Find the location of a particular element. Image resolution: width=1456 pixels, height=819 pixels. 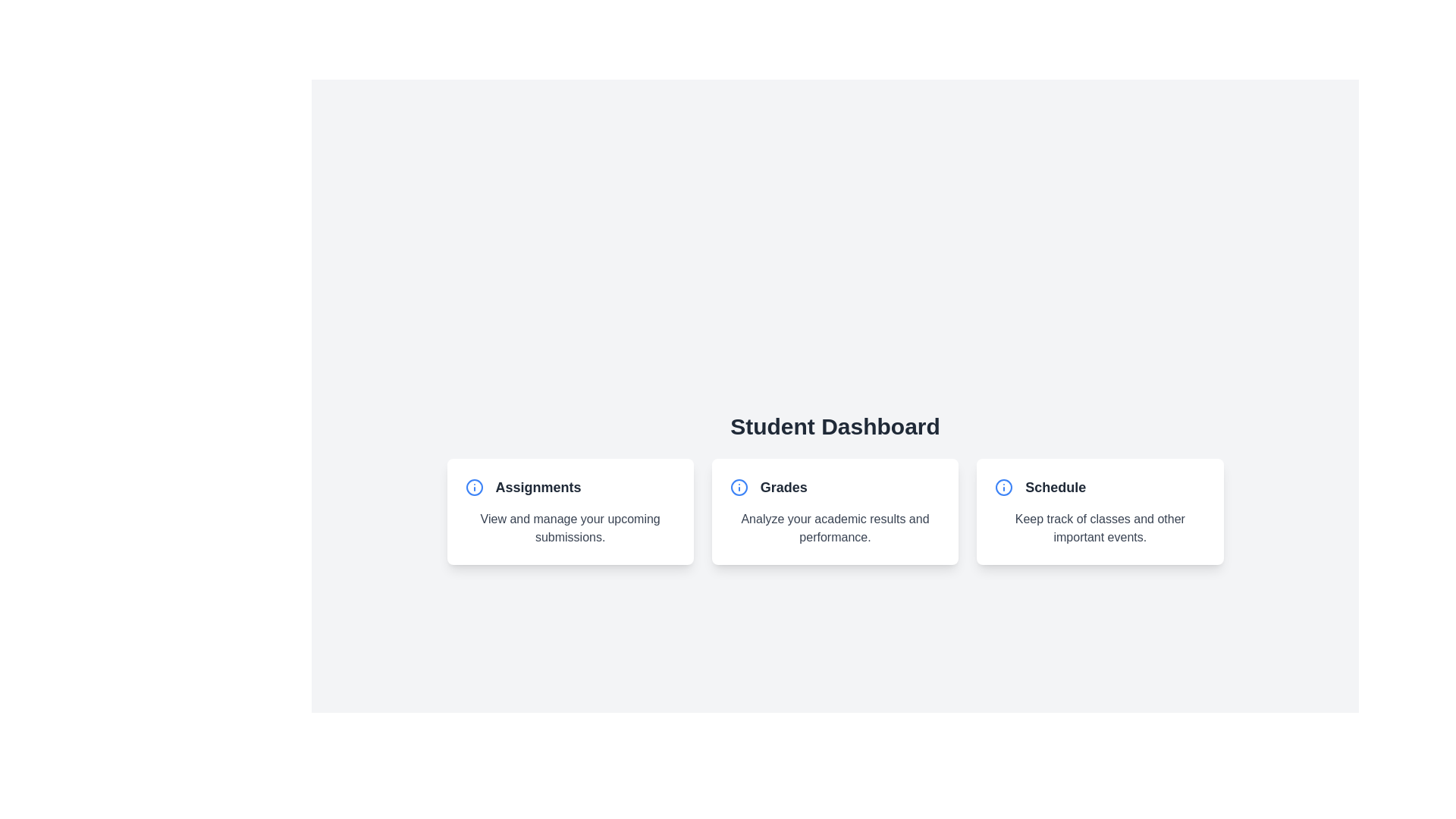

description text block located at the bottom of the 'Schedule' card, which provides a brief summary of the 'Schedule' feature's utility for users is located at coordinates (1100, 528).